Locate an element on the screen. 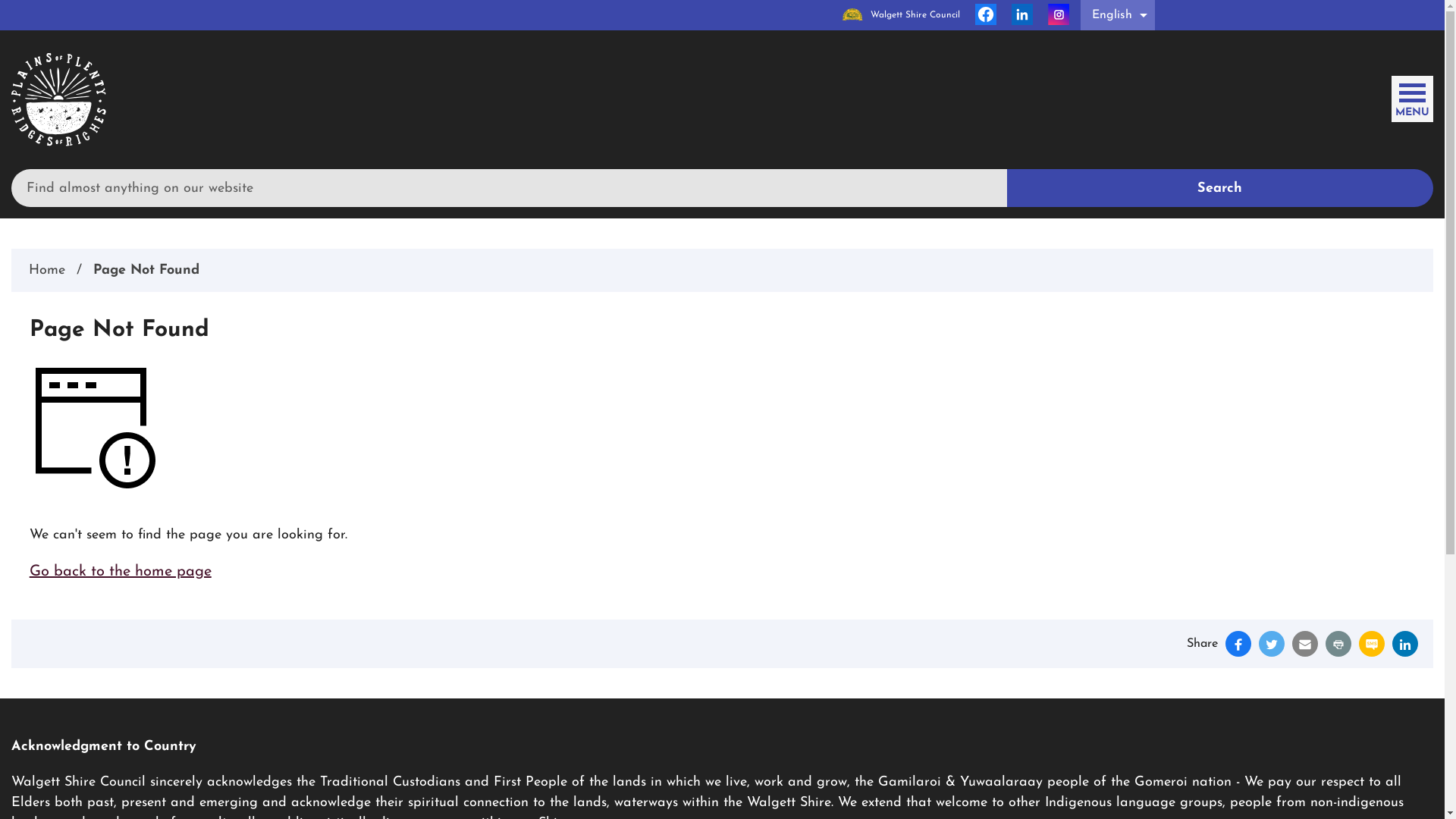  'Facebook' is located at coordinates (1238, 643).